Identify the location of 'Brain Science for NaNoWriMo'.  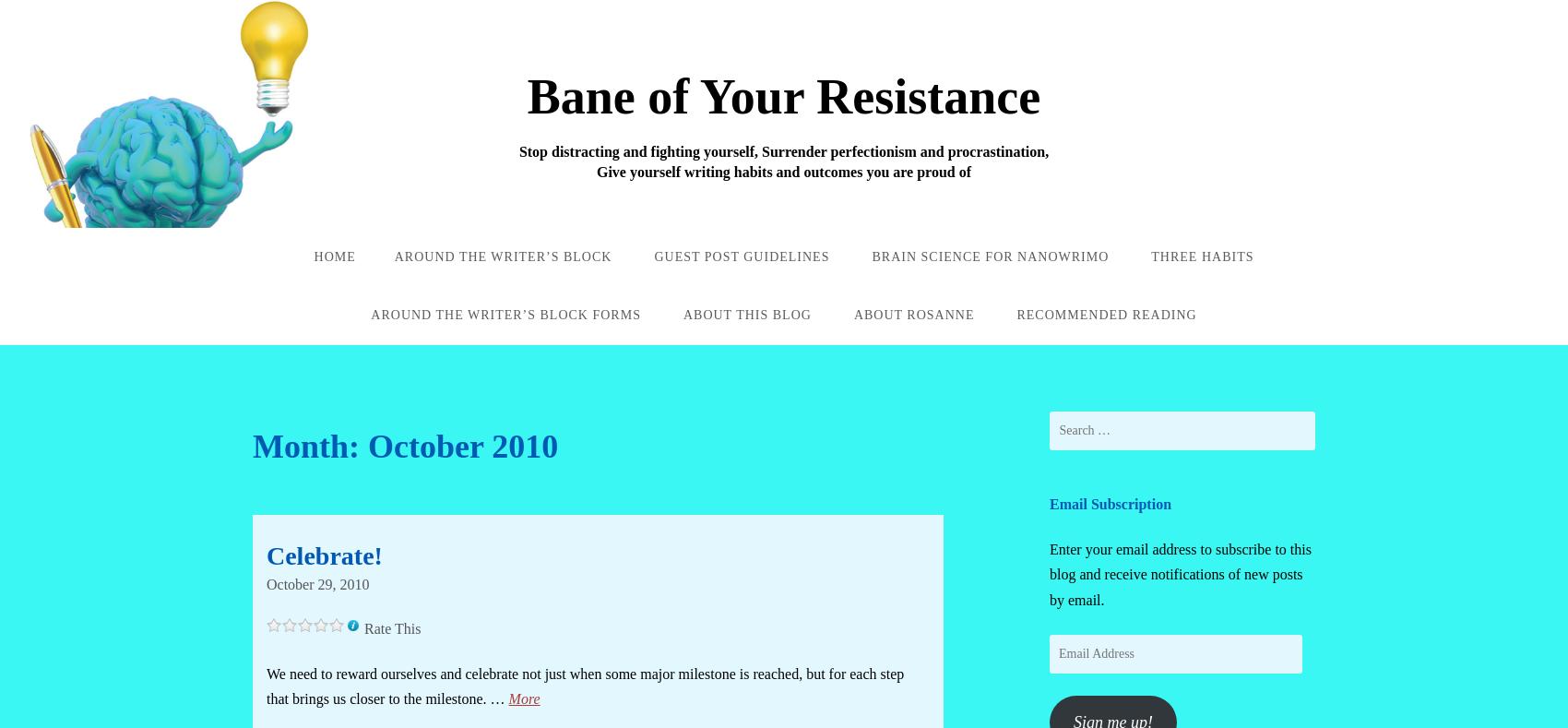
(990, 256).